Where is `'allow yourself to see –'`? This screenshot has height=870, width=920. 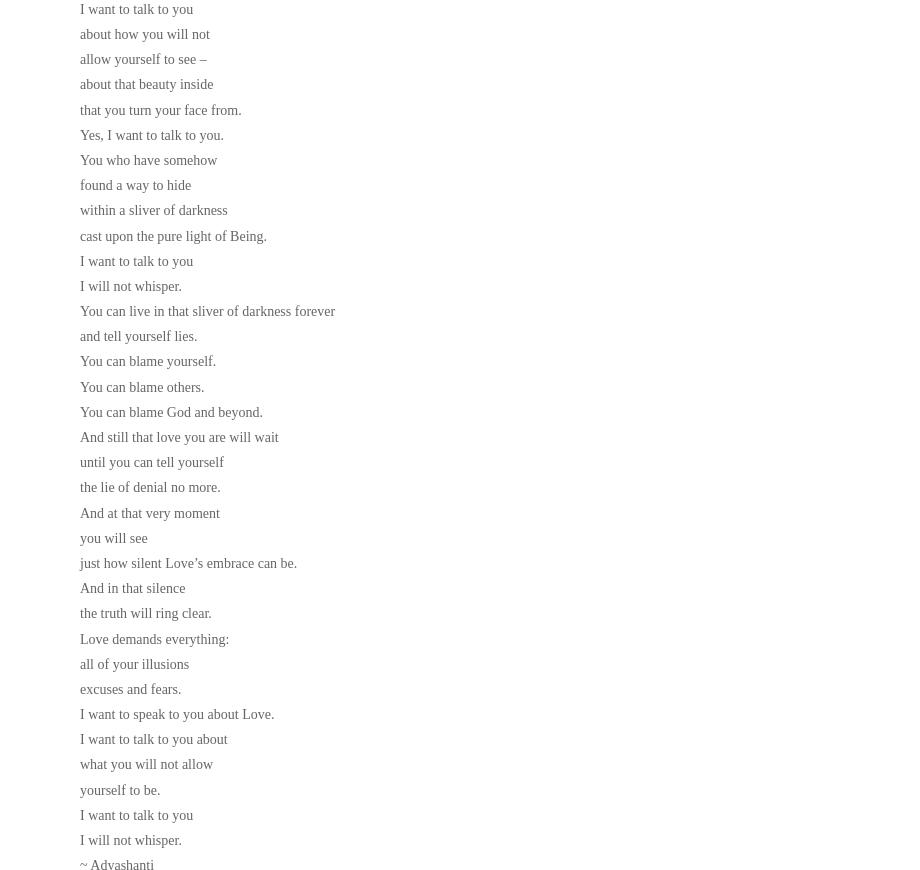 'allow yourself to see –' is located at coordinates (141, 58).